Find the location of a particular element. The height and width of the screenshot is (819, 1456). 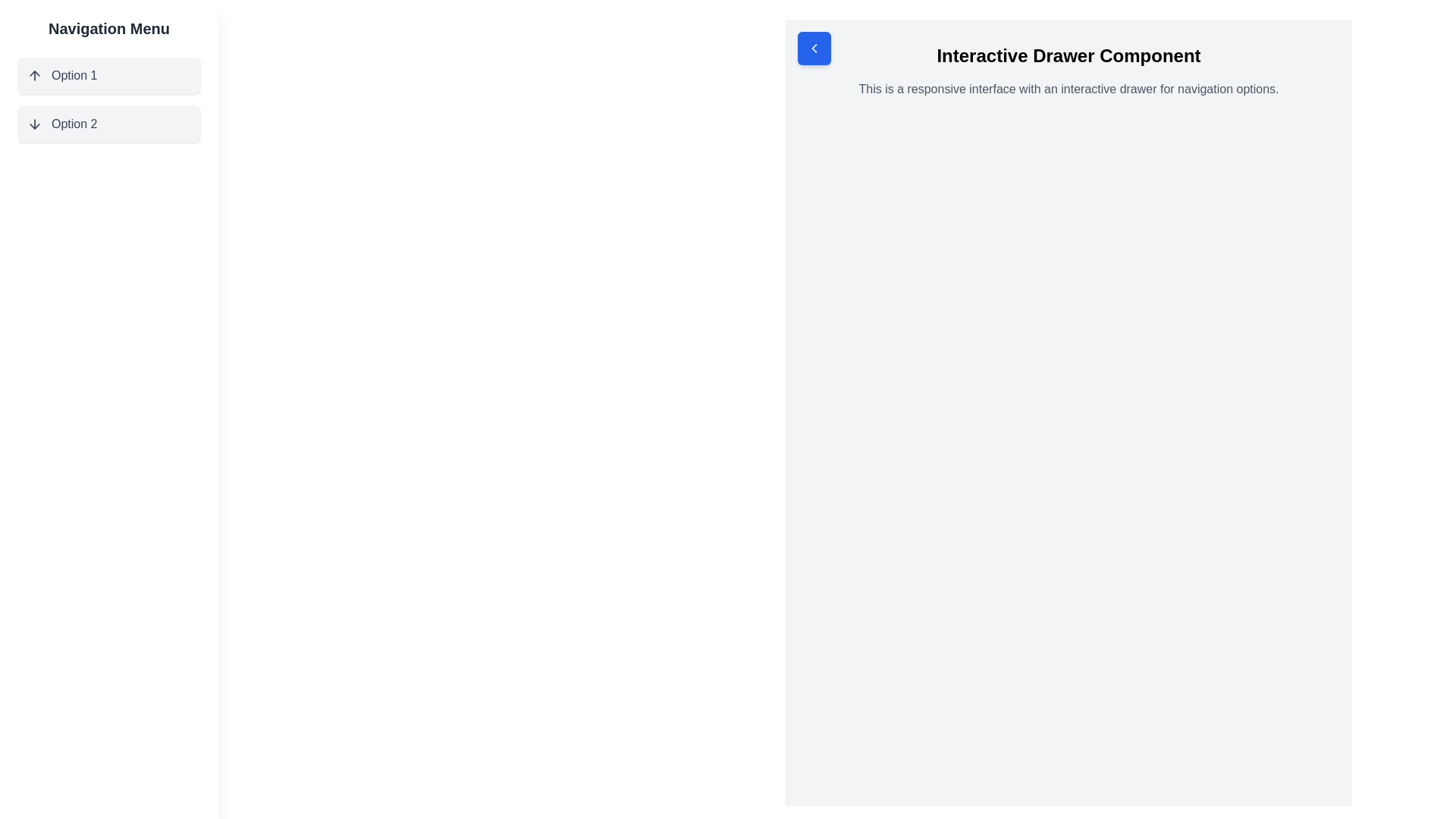

first button in the vertical navigation menu for accessibility purposes is located at coordinates (108, 76).